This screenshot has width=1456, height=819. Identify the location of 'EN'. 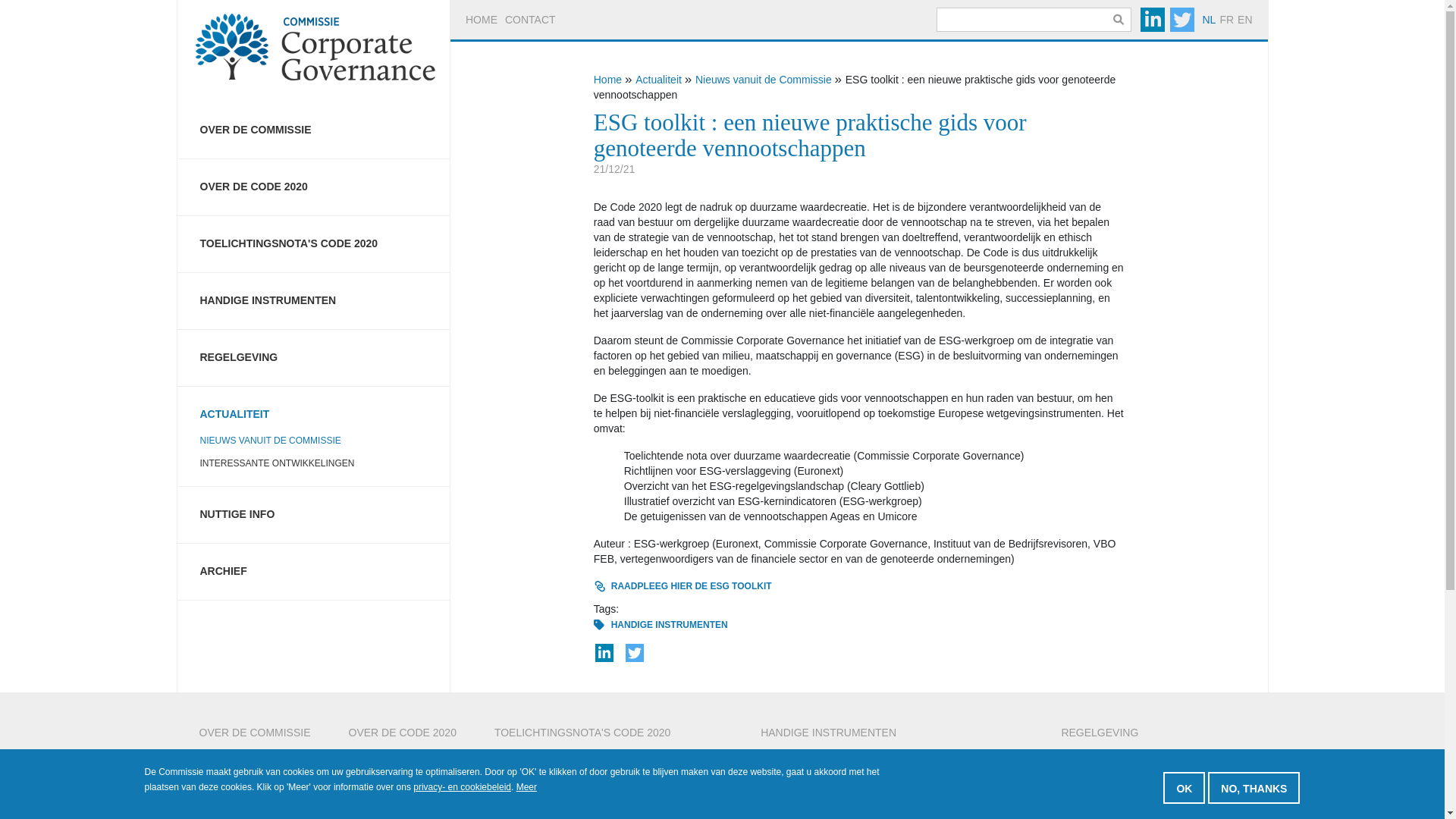
(1244, 20).